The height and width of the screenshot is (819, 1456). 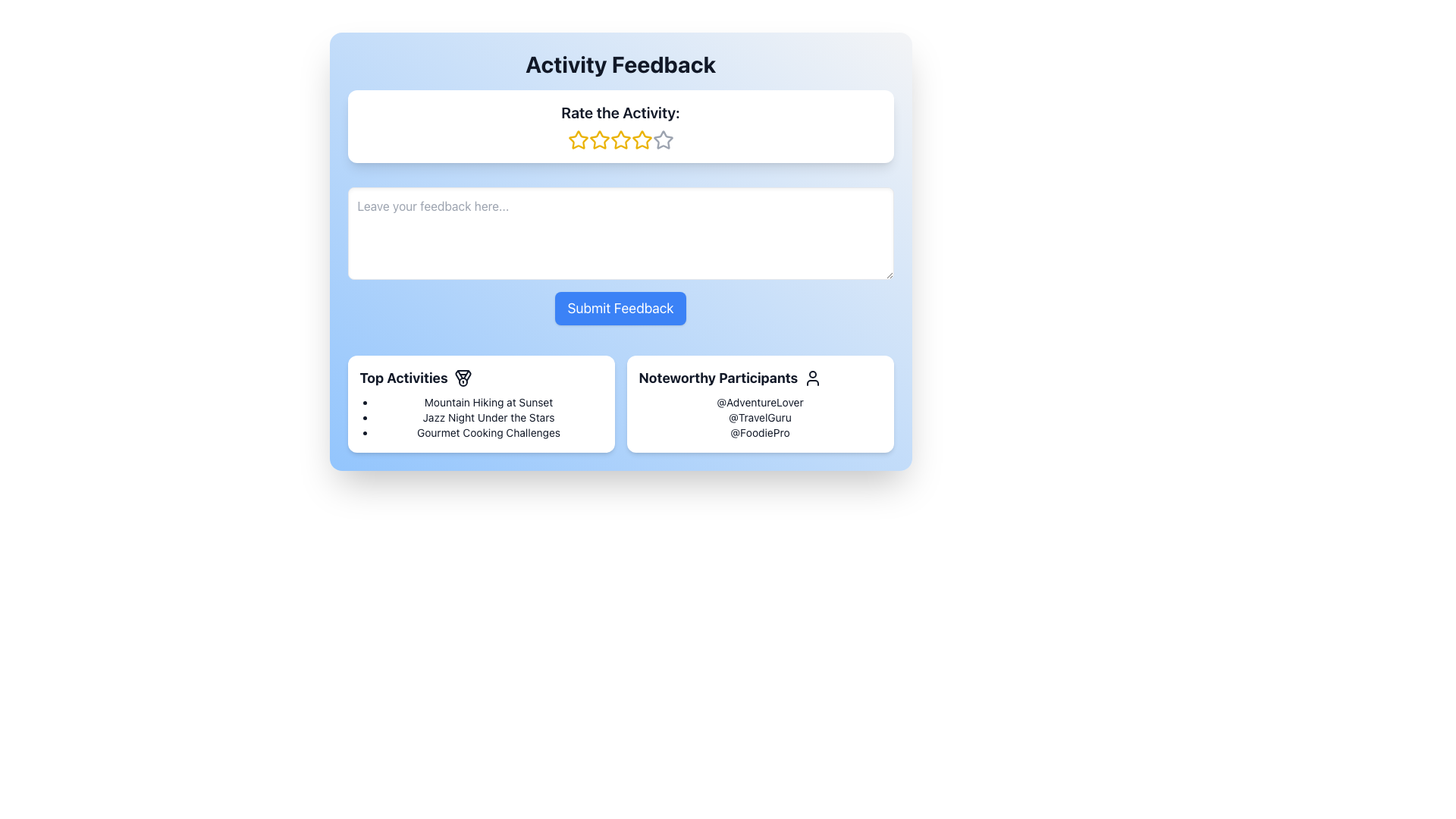 What do you see at coordinates (488, 402) in the screenshot?
I see `the text component containing the phrase 'Mountain Hiking at Sunset,' which is the first item in the bulleted list under the heading 'Top Activities.'` at bounding box center [488, 402].